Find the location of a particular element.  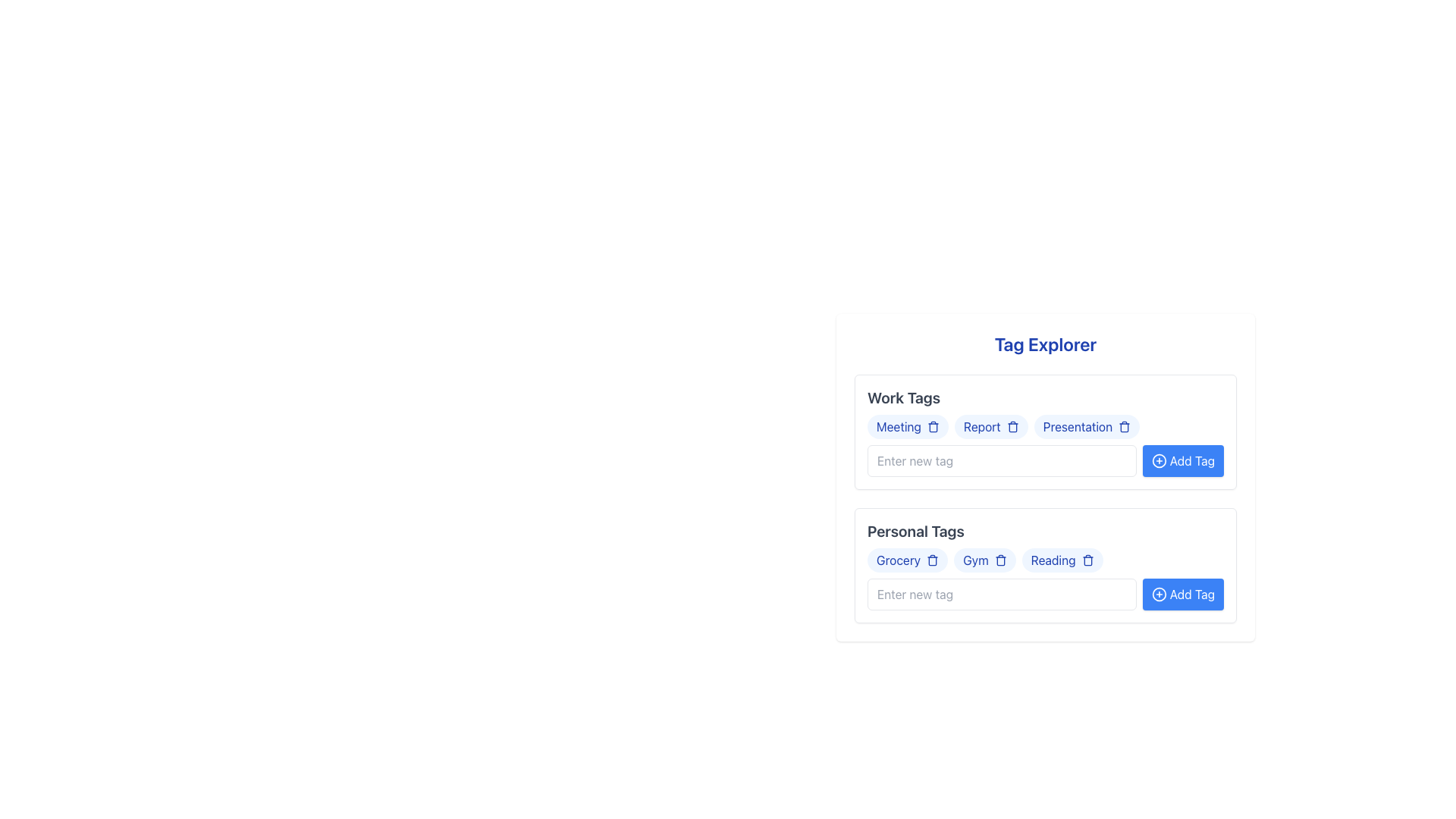

the trash icon next to the 'Presentation' tag in the Work Tags section is located at coordinates (1044, 427).